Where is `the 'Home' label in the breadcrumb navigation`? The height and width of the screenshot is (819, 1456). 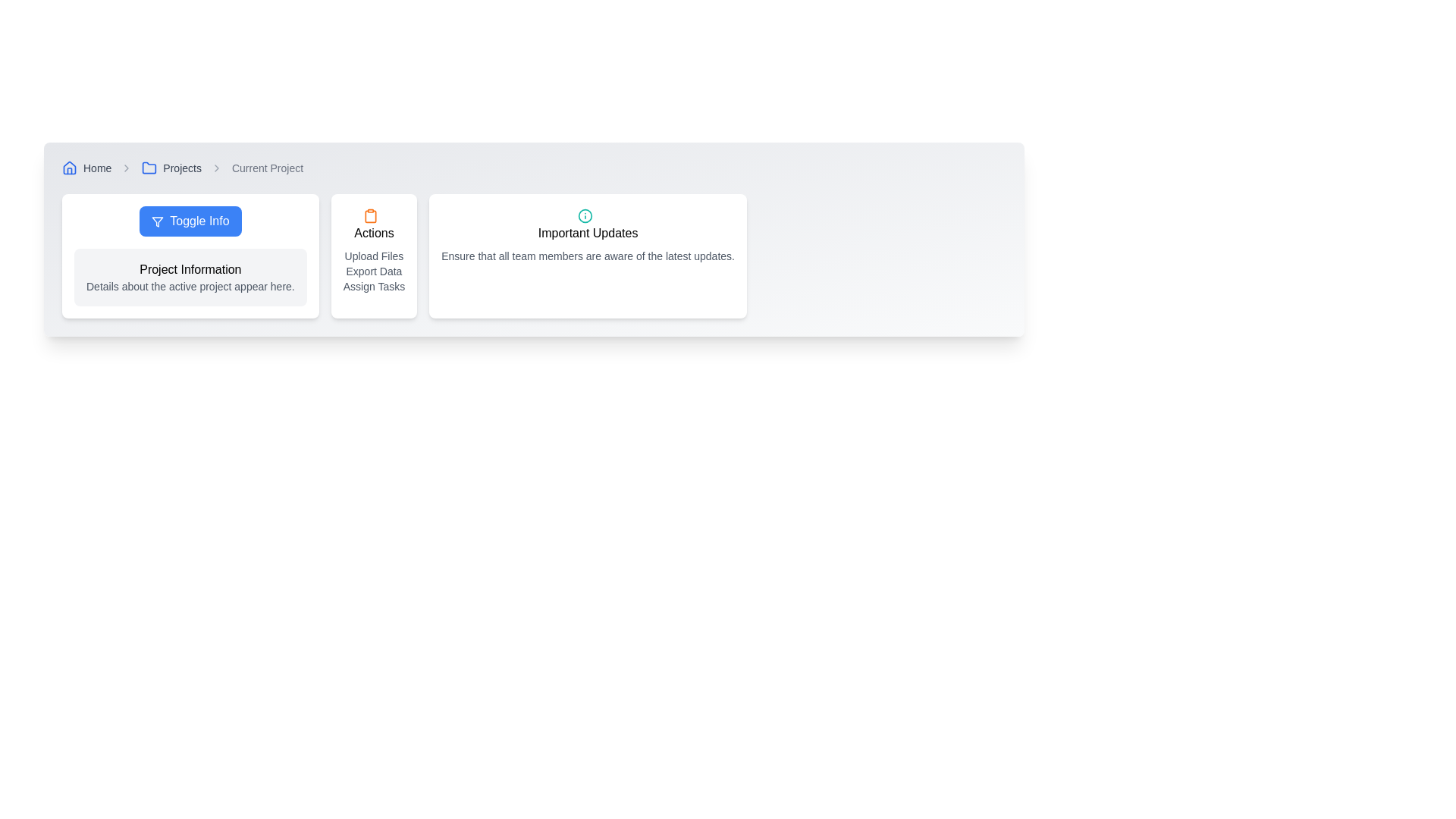
the 'Home' label in the breadcrumb navigation is located at coordinates (86, 168).